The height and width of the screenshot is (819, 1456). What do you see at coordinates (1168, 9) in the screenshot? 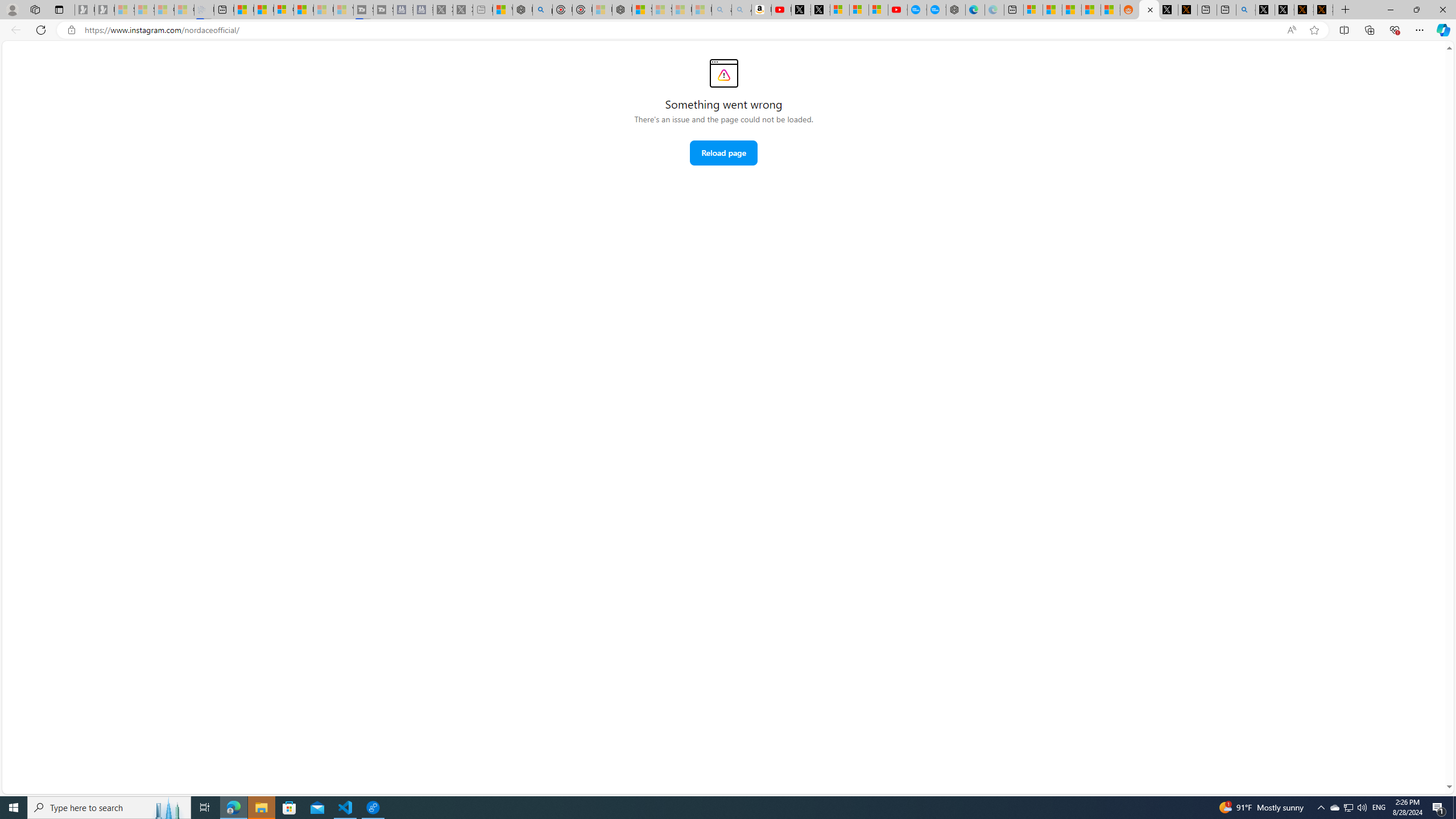
I see `'Log in to X / X'` at bounding box center [1168, 9].